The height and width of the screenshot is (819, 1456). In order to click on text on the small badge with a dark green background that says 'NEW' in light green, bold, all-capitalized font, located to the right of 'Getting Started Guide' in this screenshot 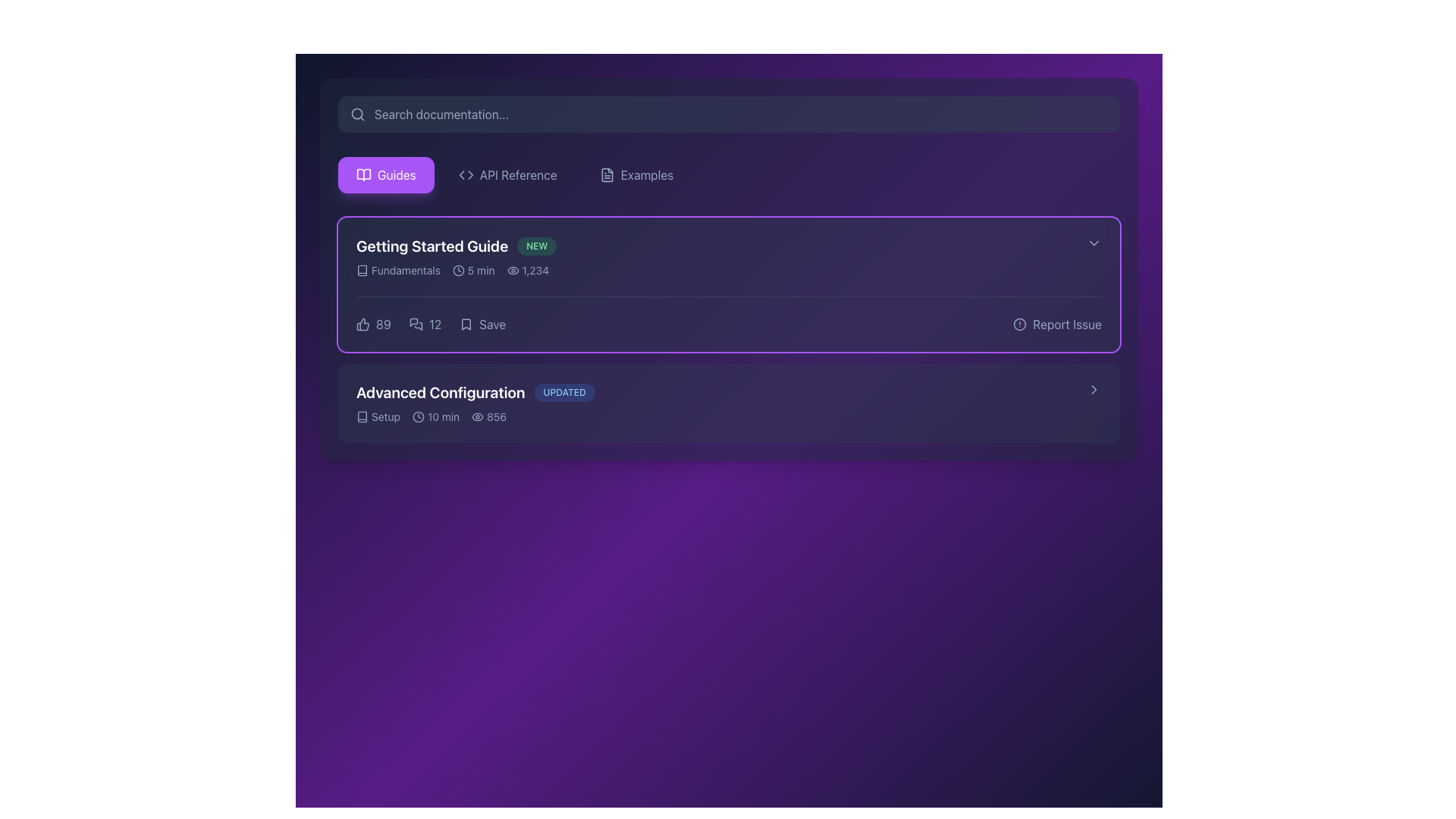, I will do `click(537, 245)`.